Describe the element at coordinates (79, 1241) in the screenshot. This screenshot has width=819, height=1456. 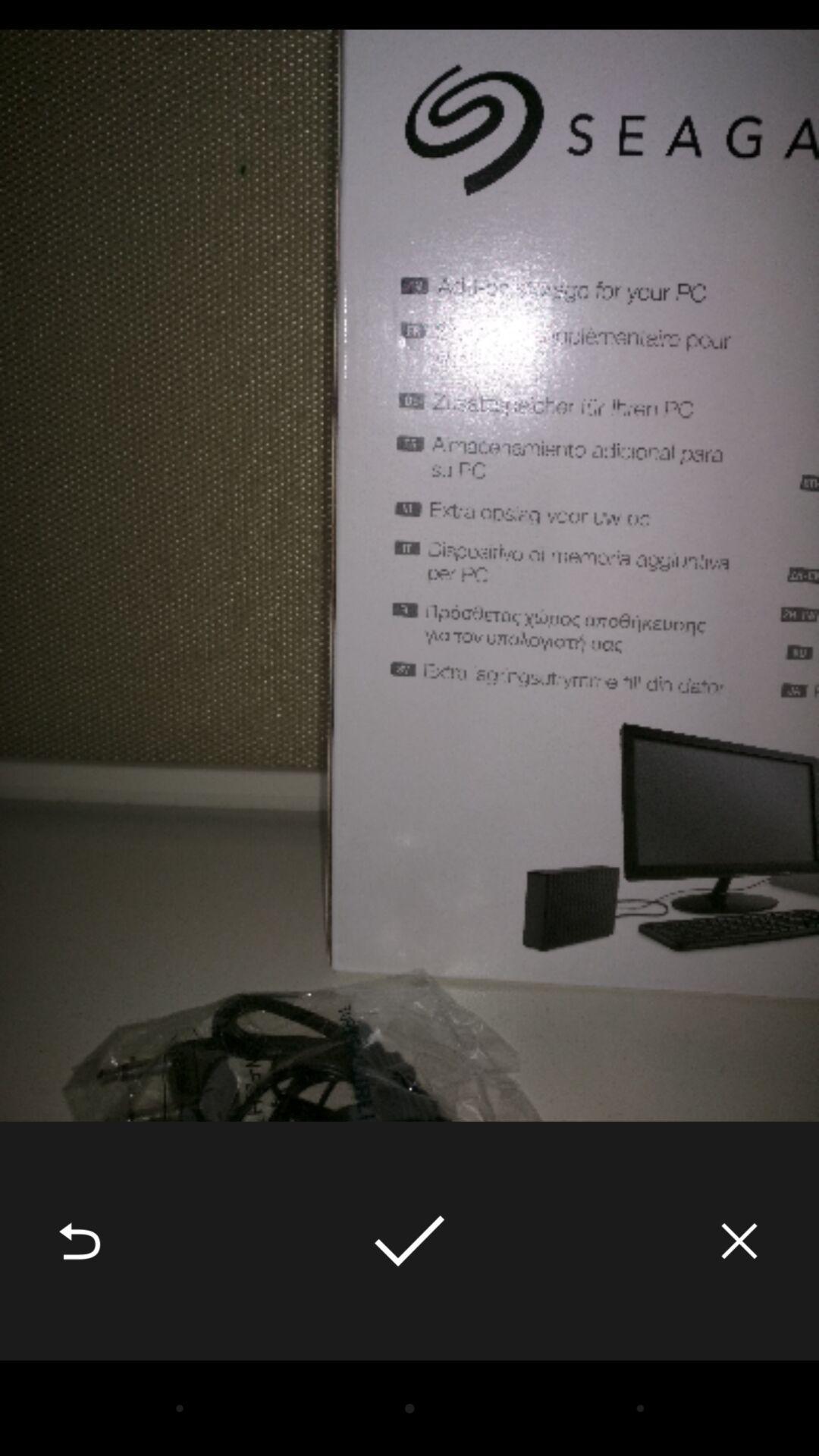
I see `the item at the bottom left corner` at that location.